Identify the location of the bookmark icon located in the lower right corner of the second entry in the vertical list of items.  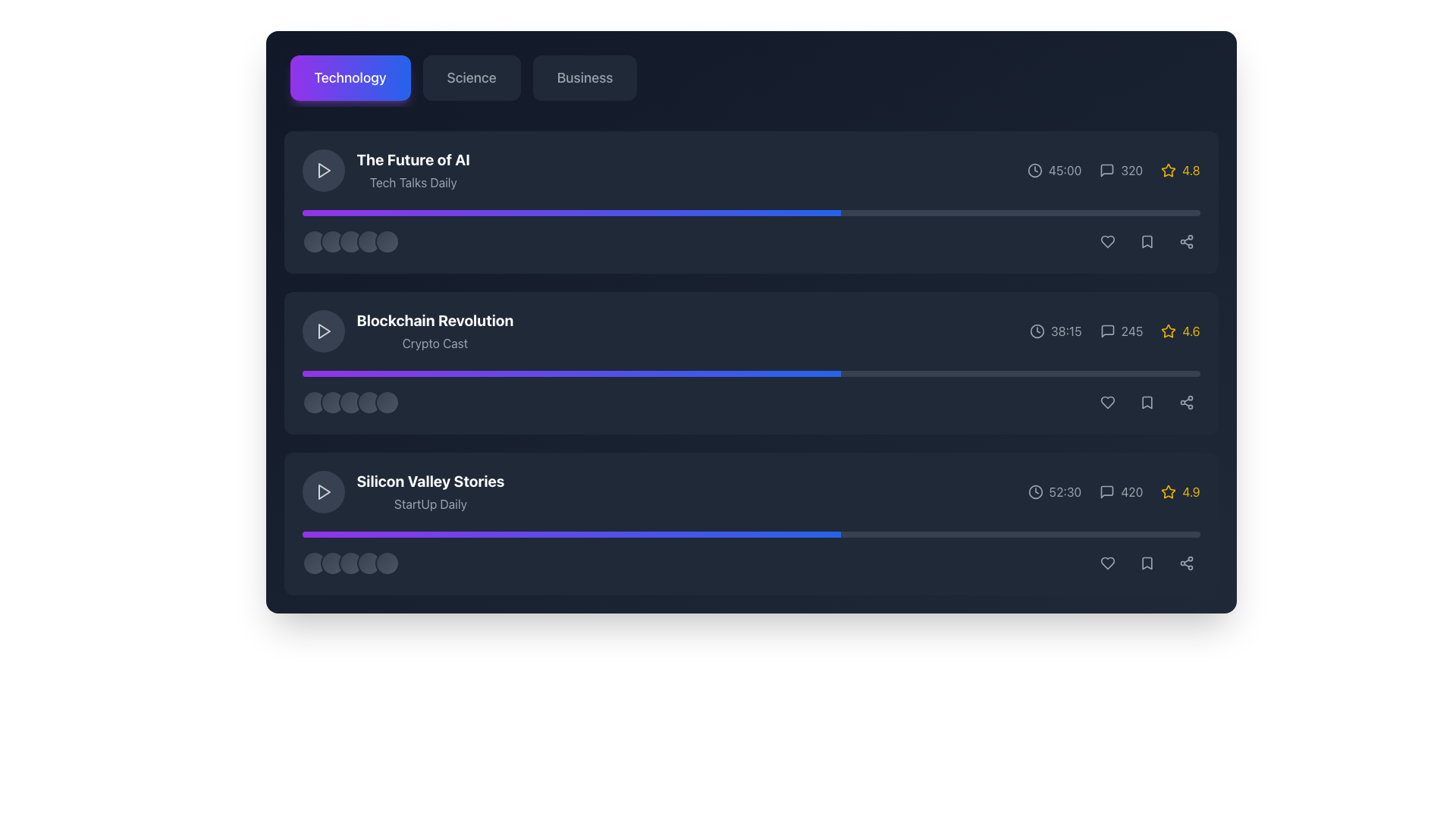
(1147, 402).